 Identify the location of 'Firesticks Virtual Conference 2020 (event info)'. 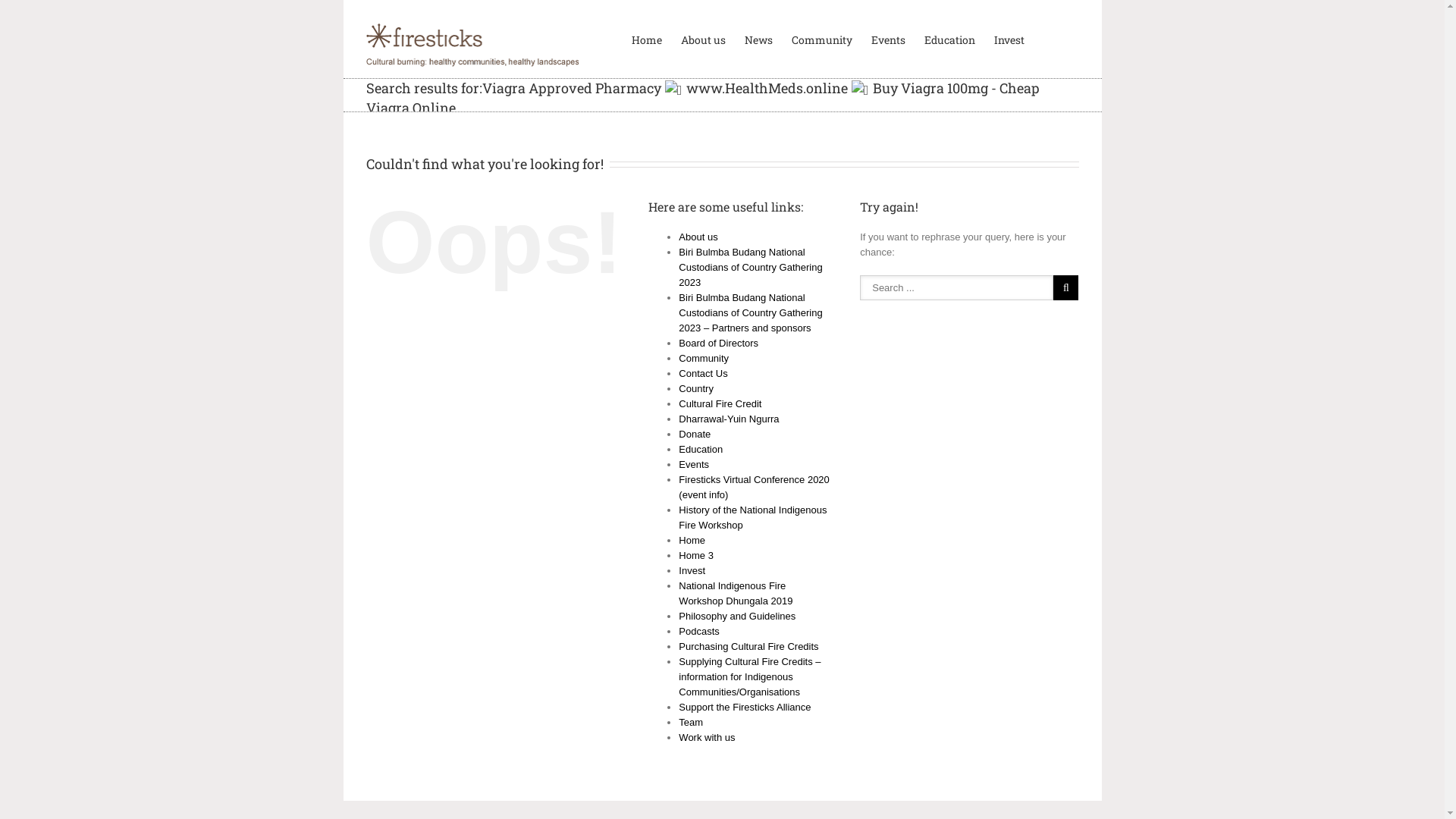
(677, 487).